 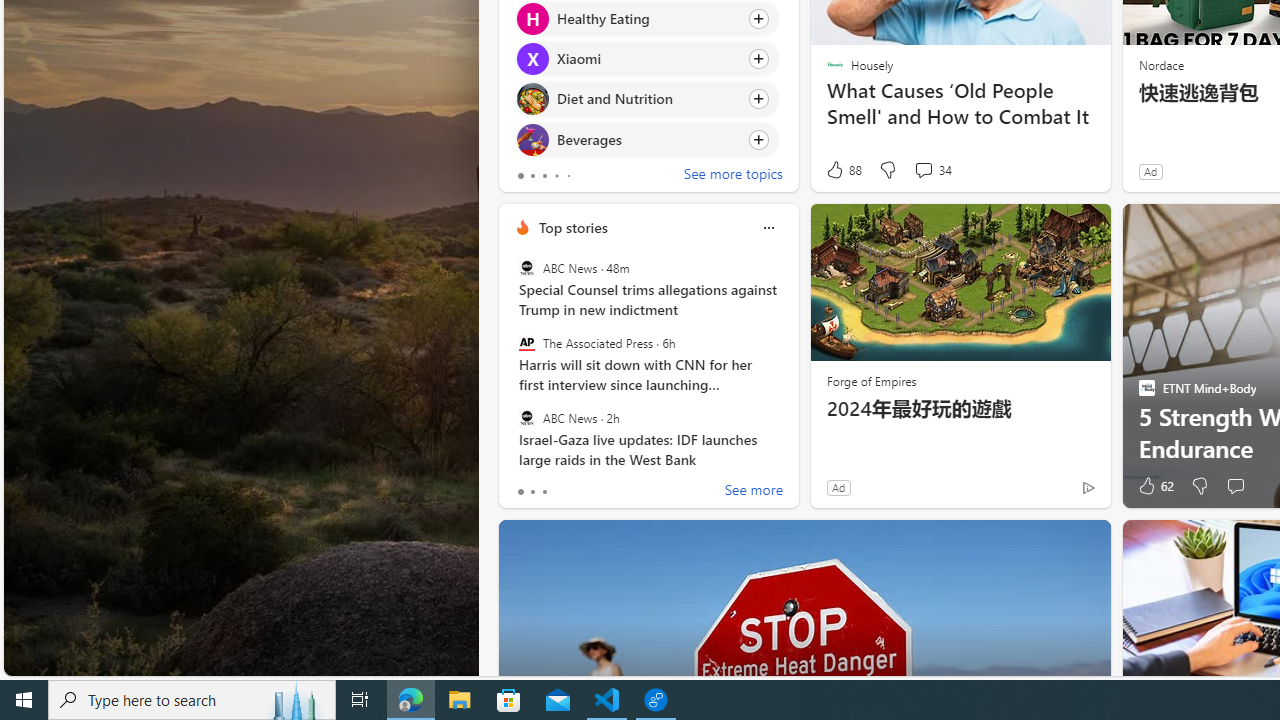 I want to click on 'tab-2', so click(x=544, y=492).